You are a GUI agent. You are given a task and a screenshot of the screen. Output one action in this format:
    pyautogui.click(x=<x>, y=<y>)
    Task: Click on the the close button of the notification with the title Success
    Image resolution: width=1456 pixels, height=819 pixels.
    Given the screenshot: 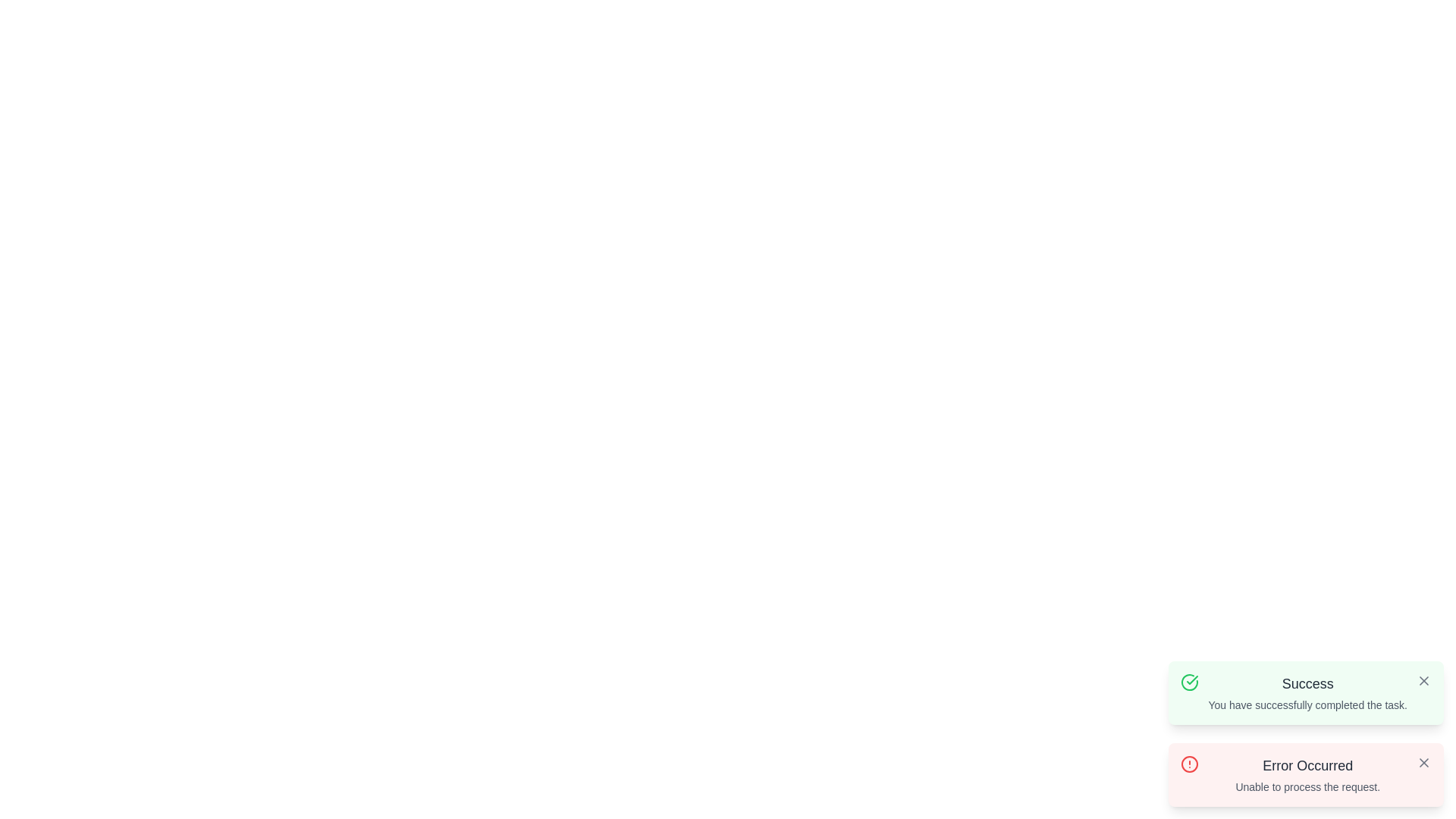 What is the action you would take?
    pyautogui.click(x=1423, y=680)
    